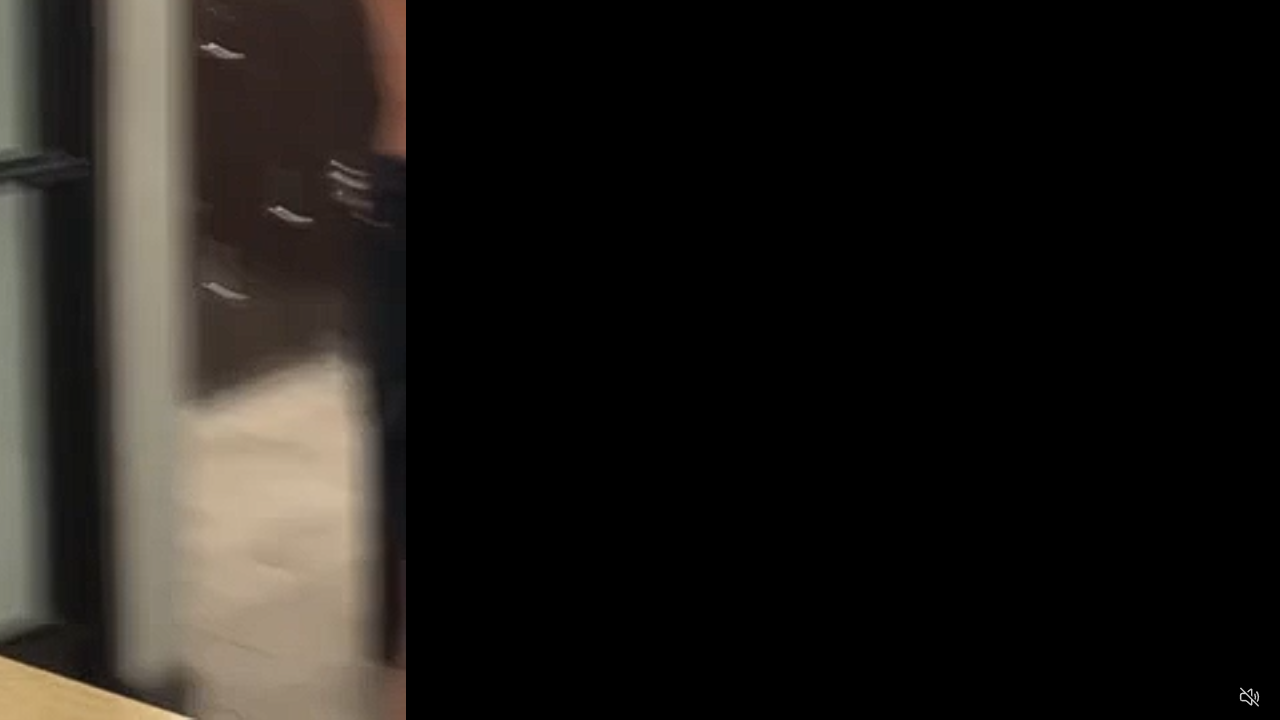 The image size is (1280, 720). I want to click on 'Non-Fullscreen', so click(1210, 696).